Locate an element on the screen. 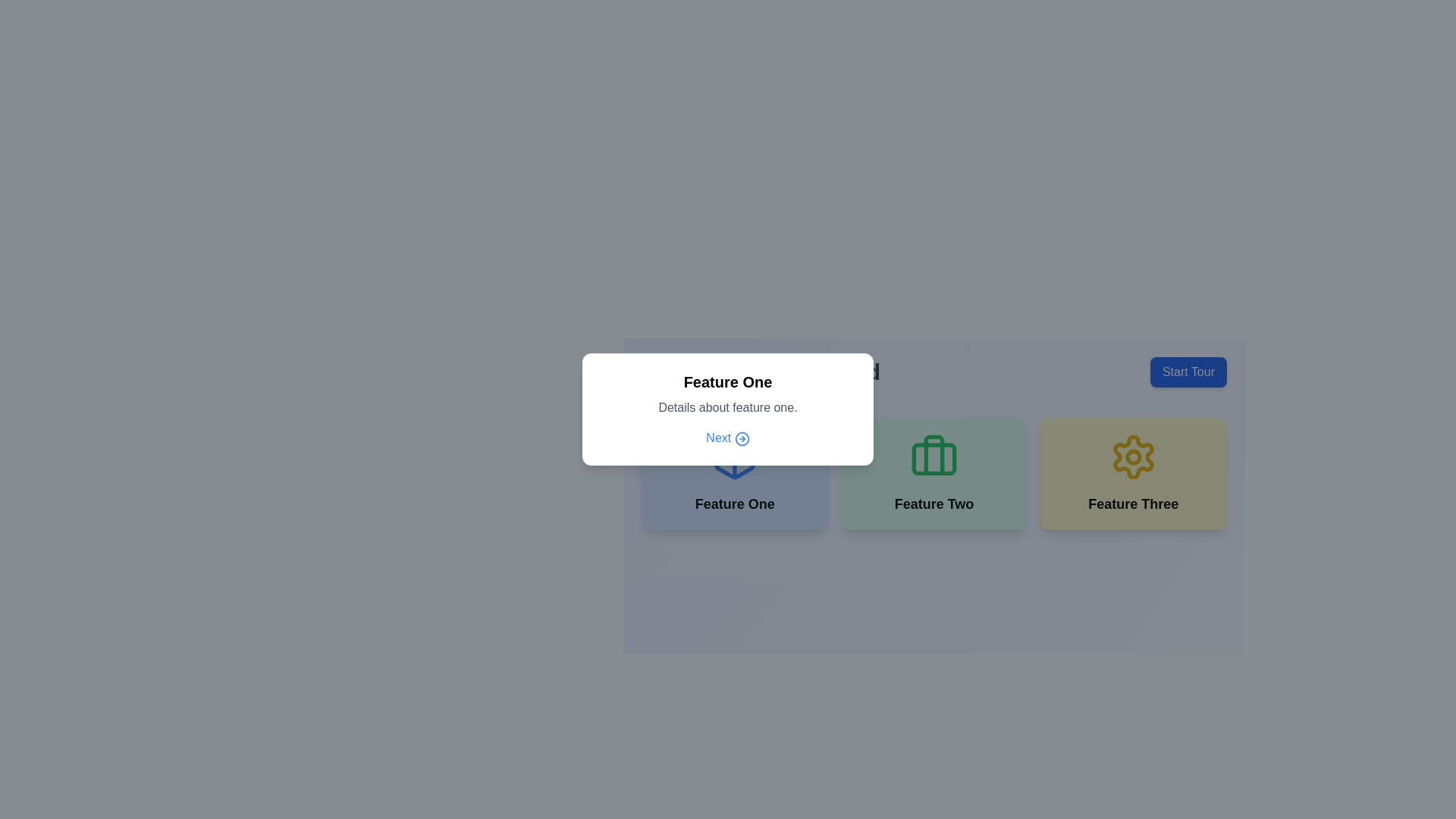  the informational card titled 'Feature One' with the clickable link 'Next' and an arrow icon, located at the center of the modal window is located at coordinates (728, 409).